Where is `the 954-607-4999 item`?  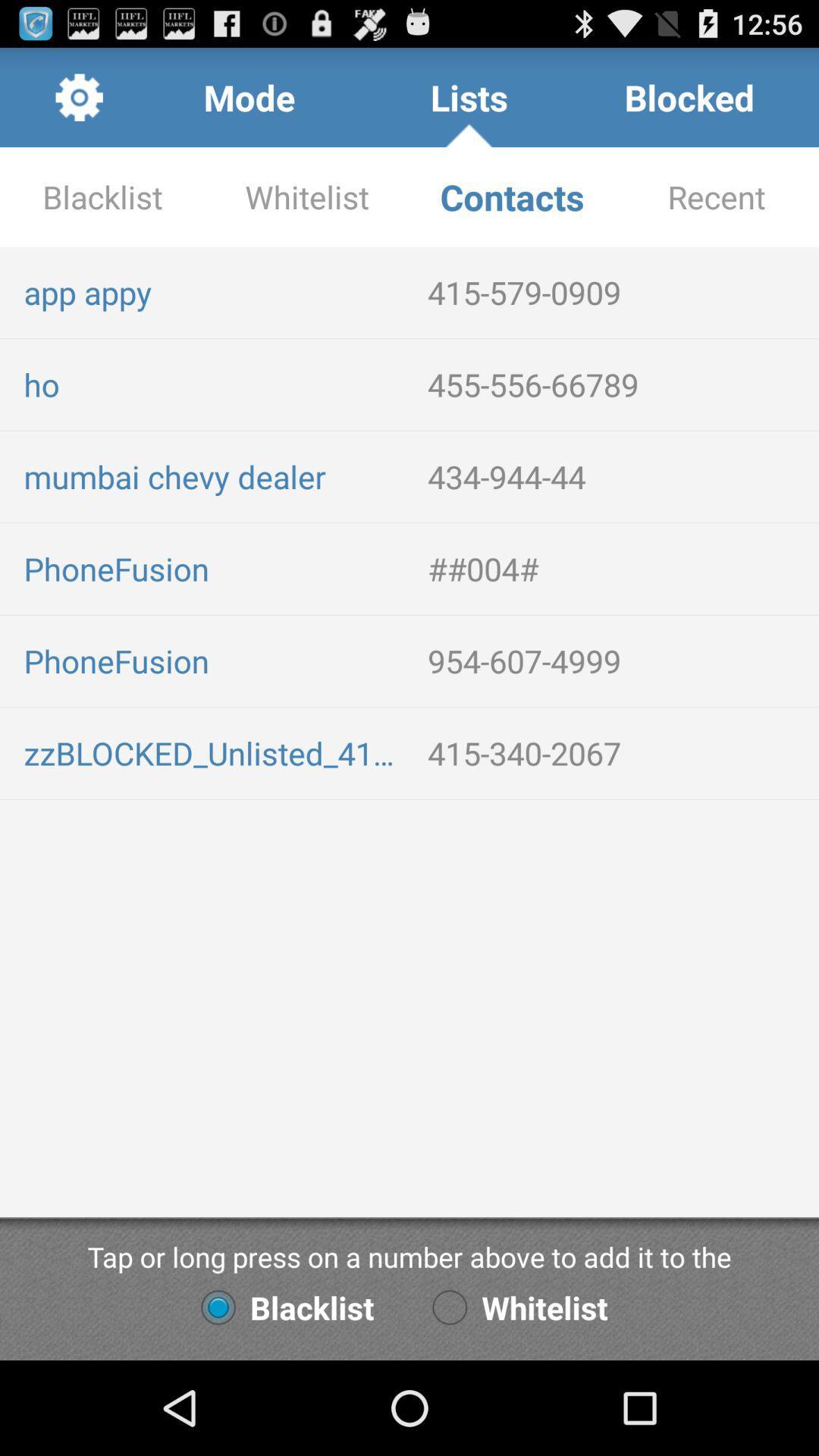 the 954-607-4999 item is located at coordinates (617, 661).